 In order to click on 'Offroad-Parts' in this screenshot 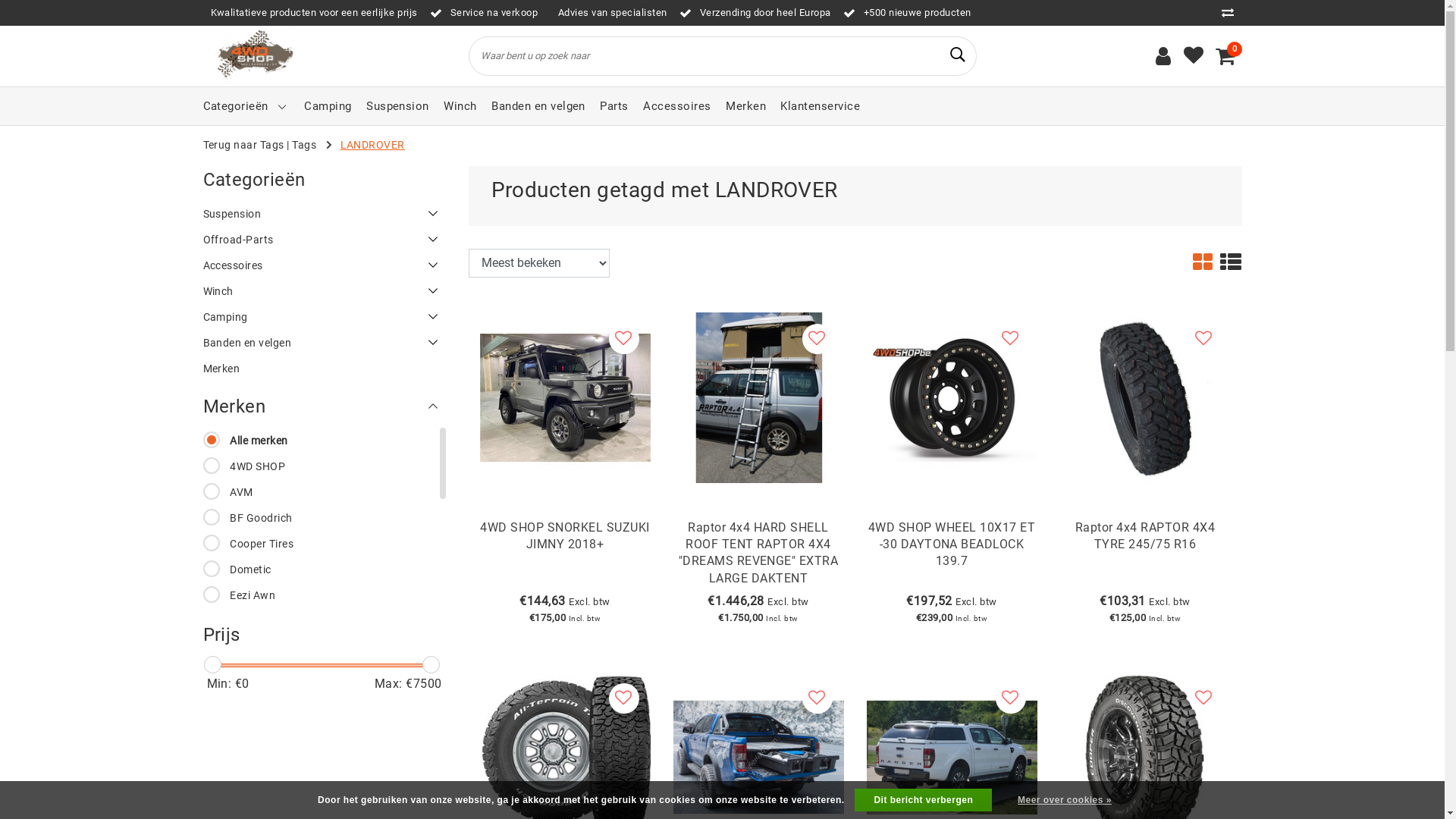, I will do `click(323, 239)`.